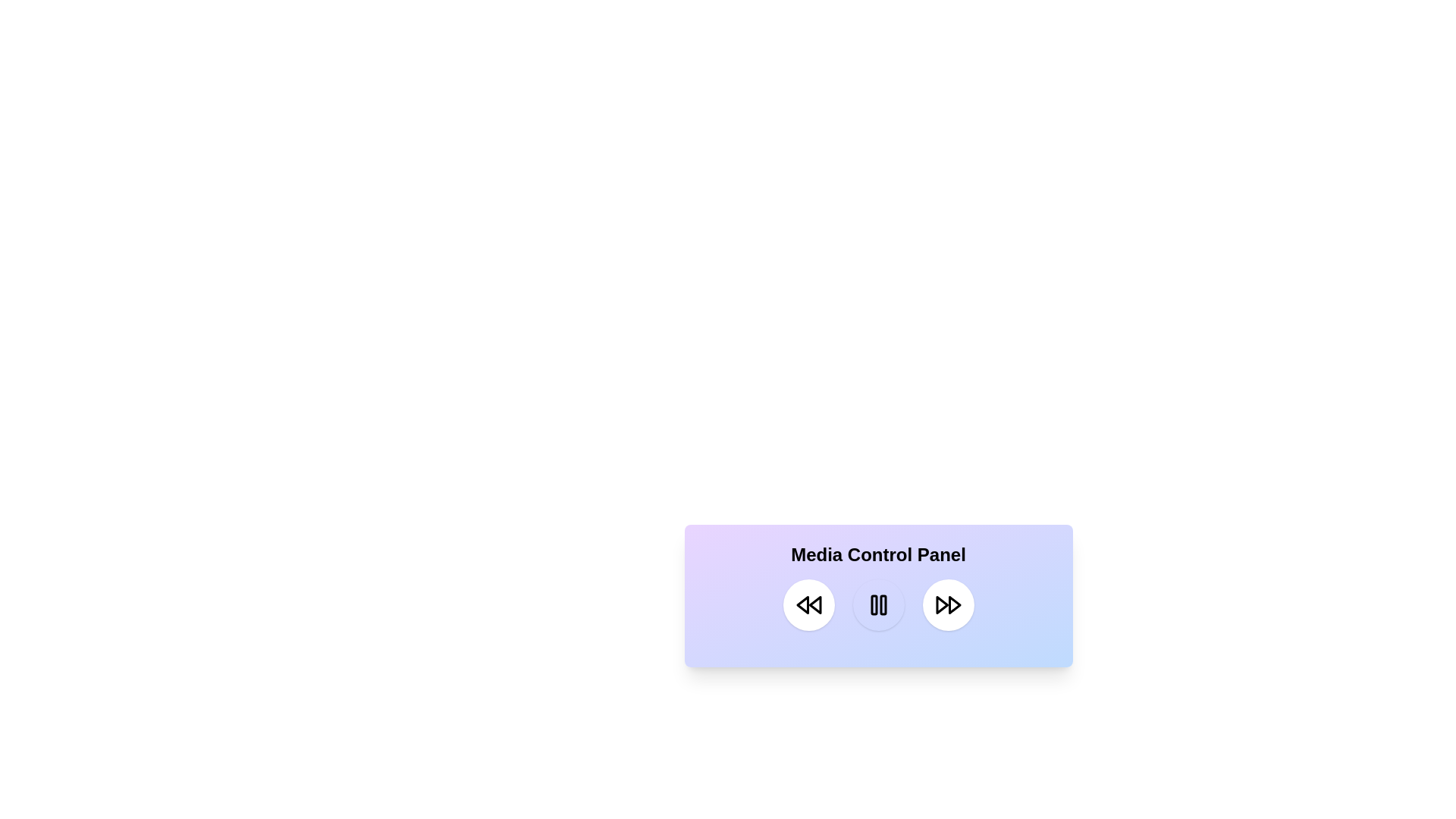 The height and width of the screenshot is (819, 1456). Describe the element at coordinates (808, 604) in the screenshot. I see `the leftmost double-chevron icon pointing left, which is styled with a bold black outline and resides within a circular white button on a gradient blue background` at that location.